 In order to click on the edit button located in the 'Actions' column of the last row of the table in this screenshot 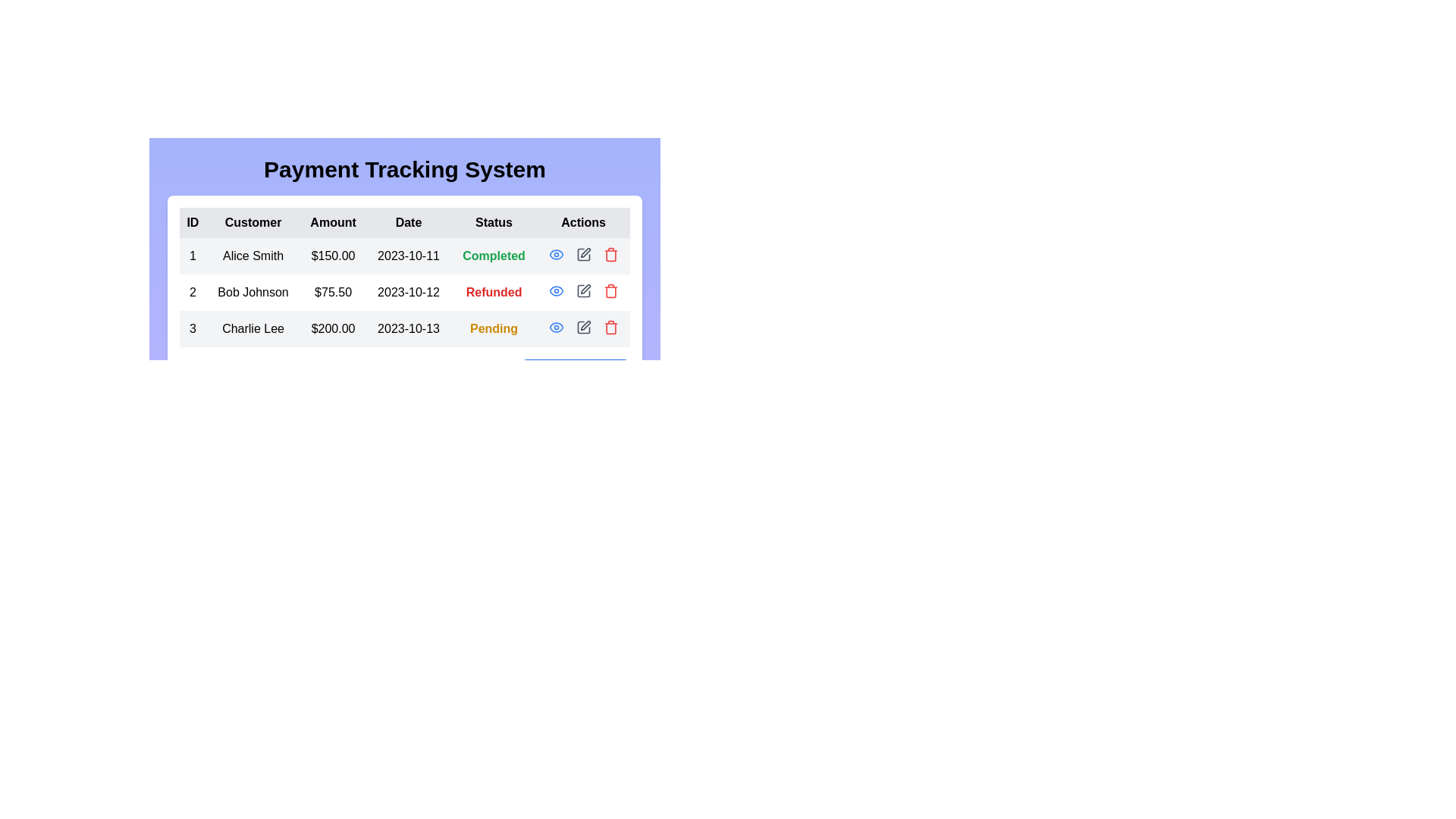, I will do `click(582, 327)`.